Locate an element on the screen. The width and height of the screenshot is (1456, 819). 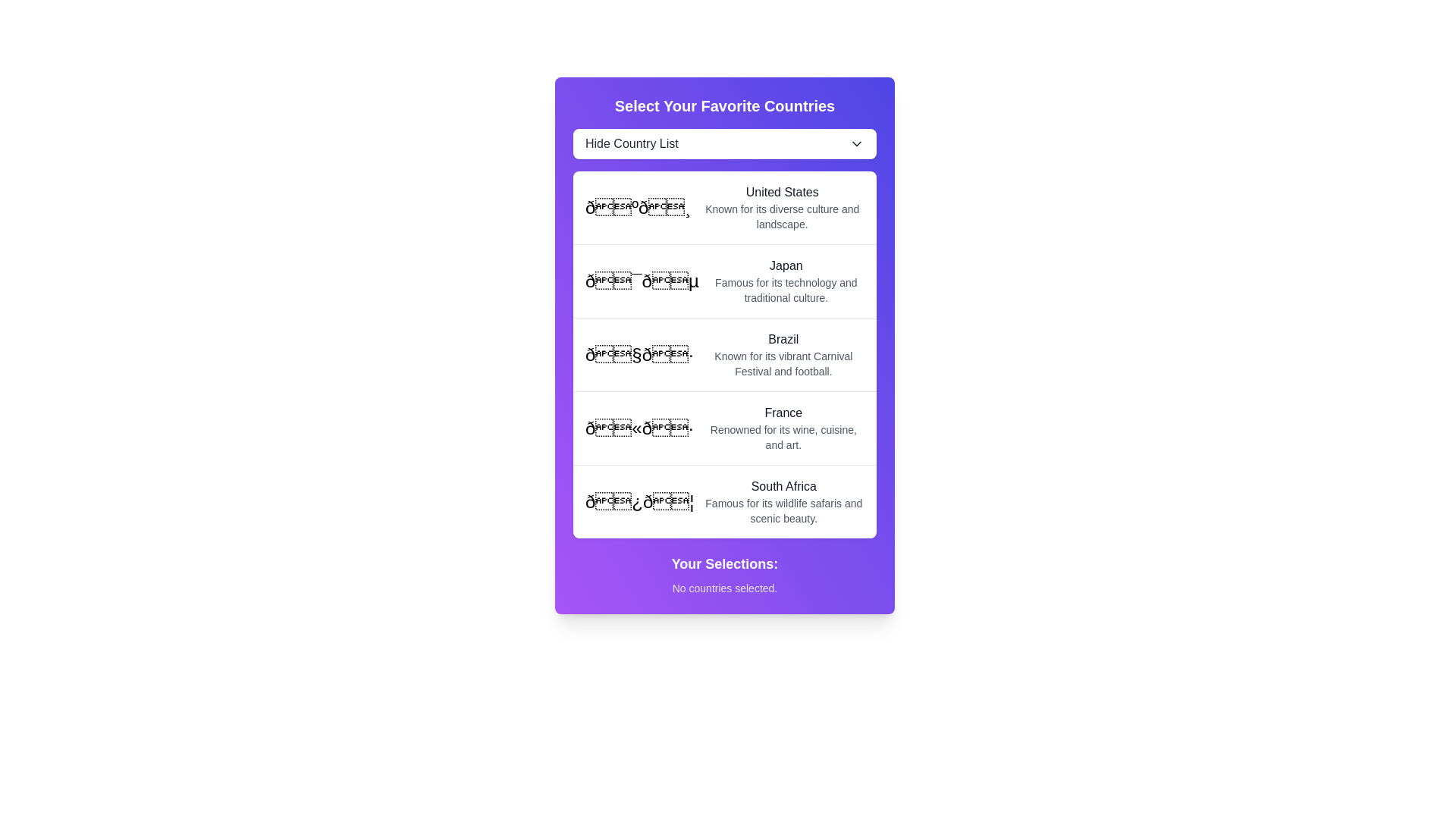
the static text element that provides information about 'South Africa', located below the primary label in the bottommost row of the country list is located at coordinates (783, 511).